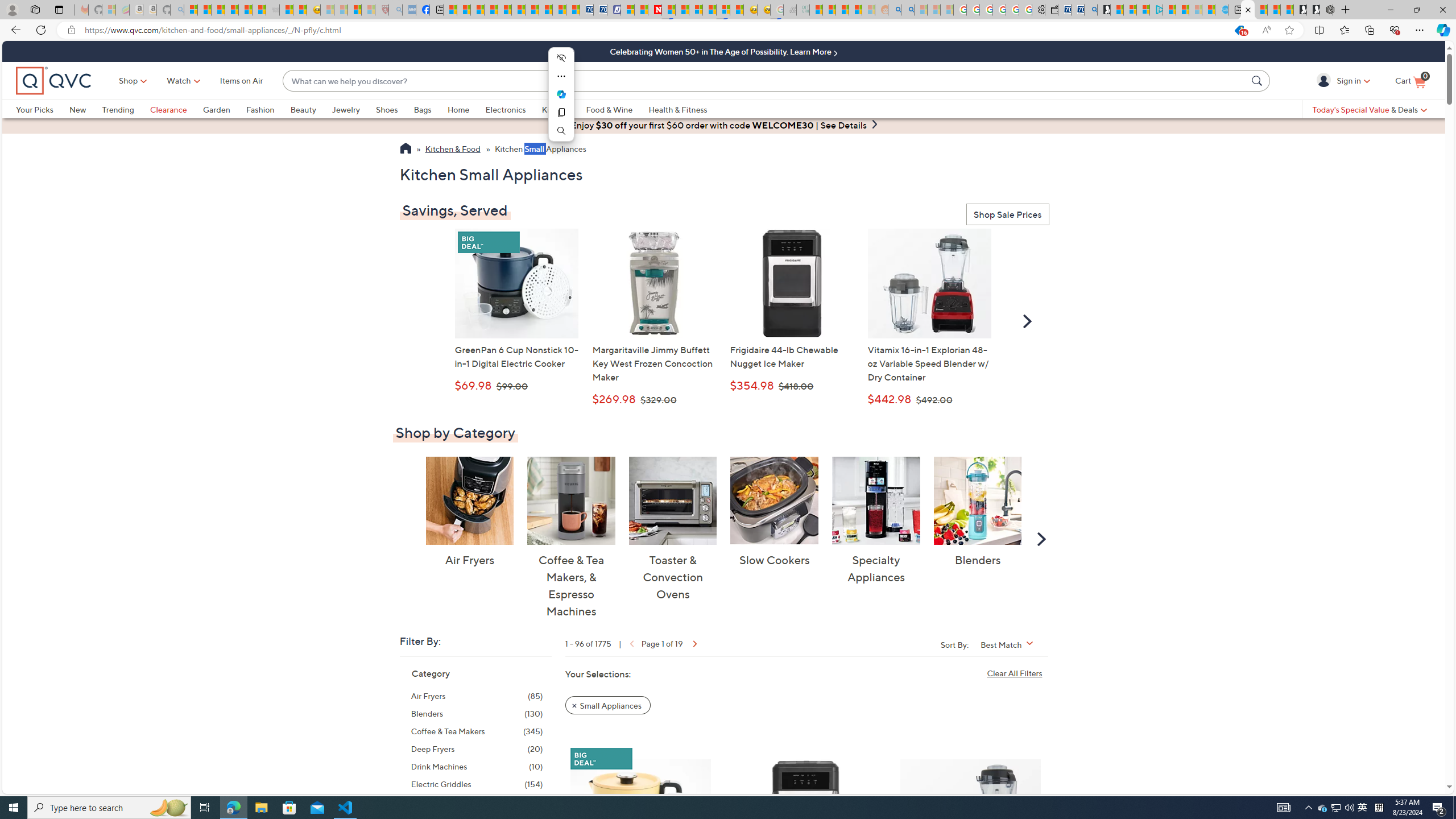  What do you see at coordinates (476, 696) in the screenshot?
I see `'Air Fryers, 85 items'` at bounding box center [476, 696].